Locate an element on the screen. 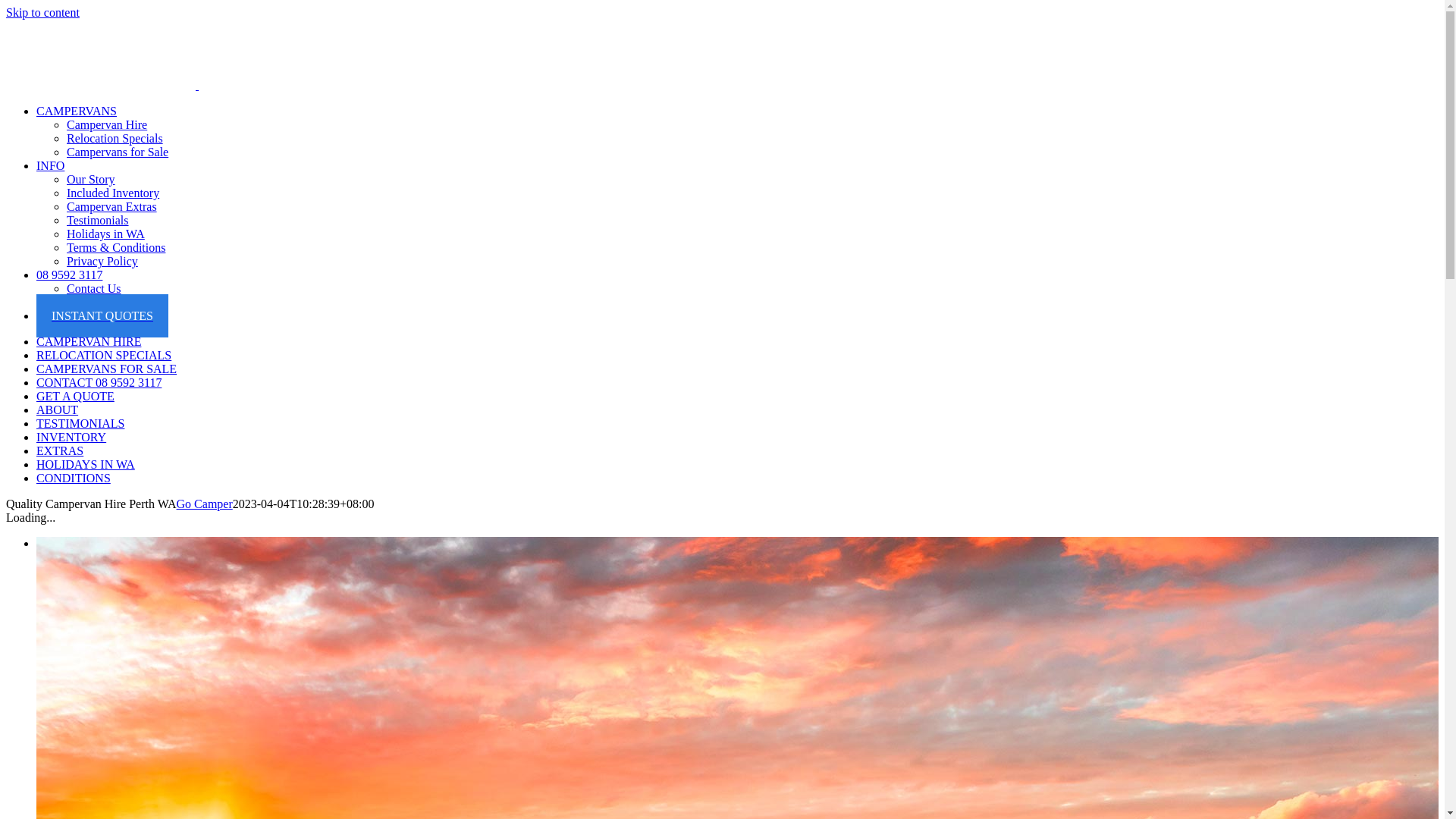 Image resolution: width=1456 pixels, height=819 pixels. 'Testimonials' is located at coordinates (65, 220).